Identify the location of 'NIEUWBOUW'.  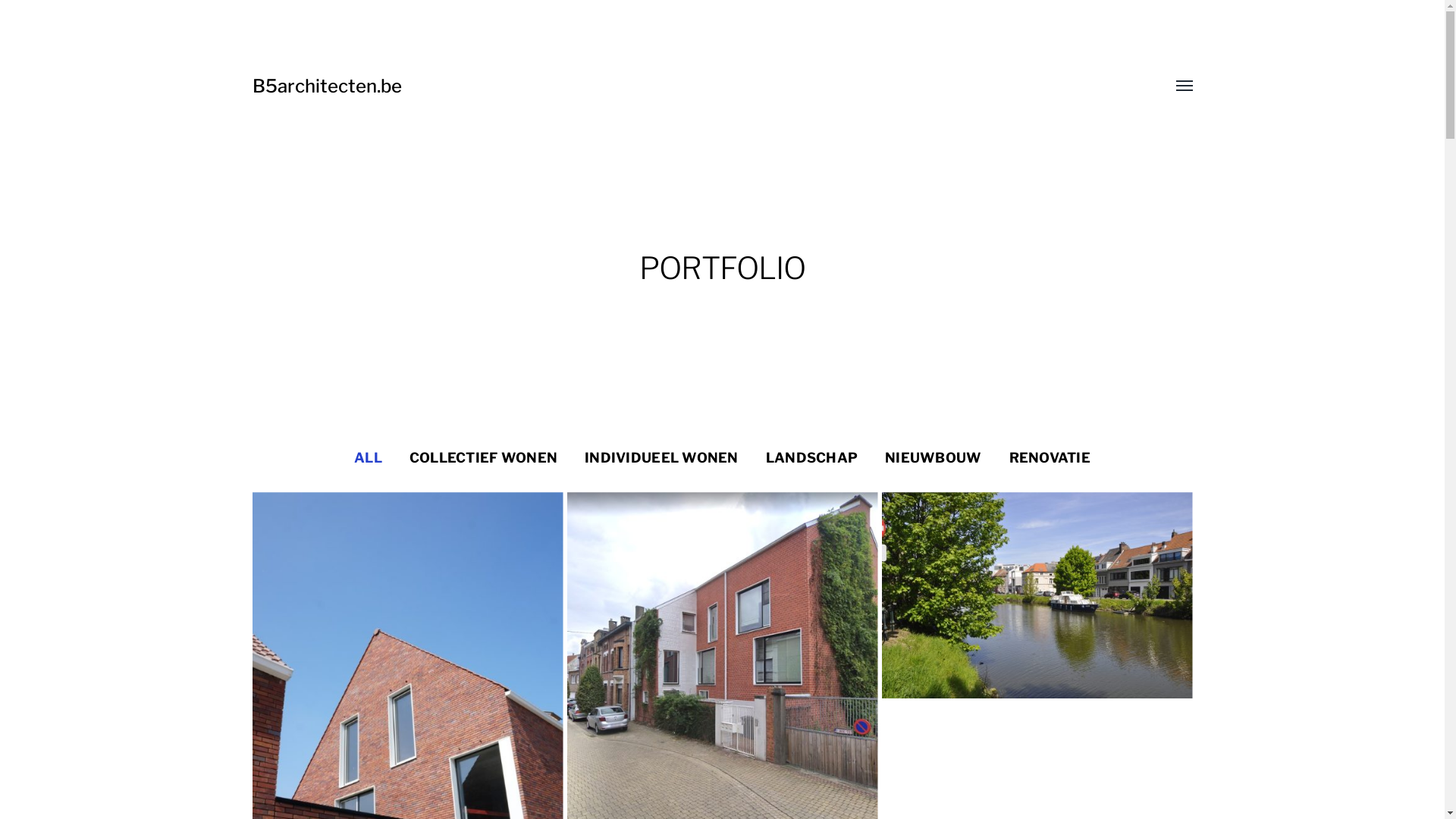
(932, 457).